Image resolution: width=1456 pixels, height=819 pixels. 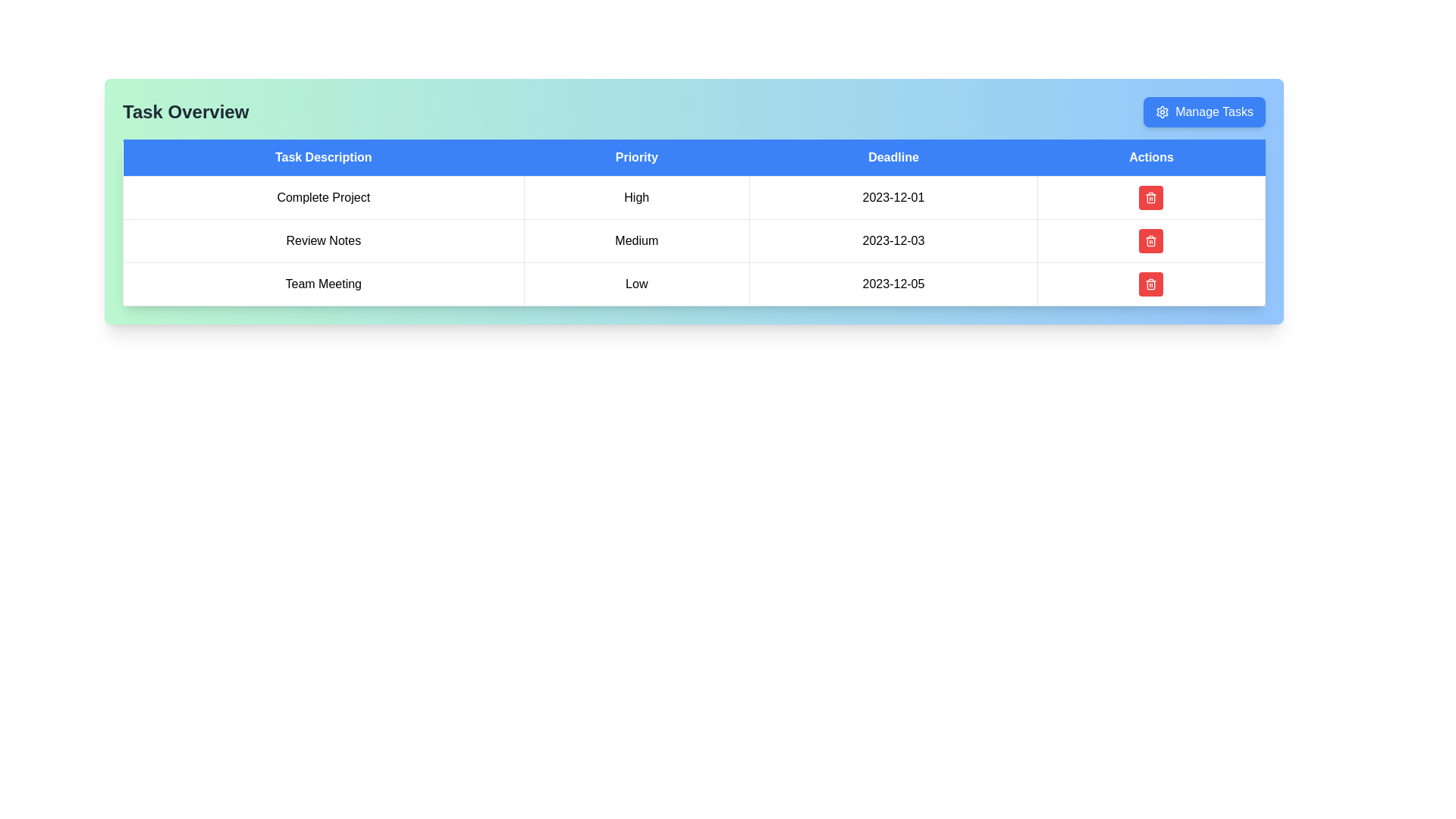 I want to click on the Text Display that shows the title of the task, located in the first entry of the 'Task Description' column in the table layout, so click(x=322, y=197).